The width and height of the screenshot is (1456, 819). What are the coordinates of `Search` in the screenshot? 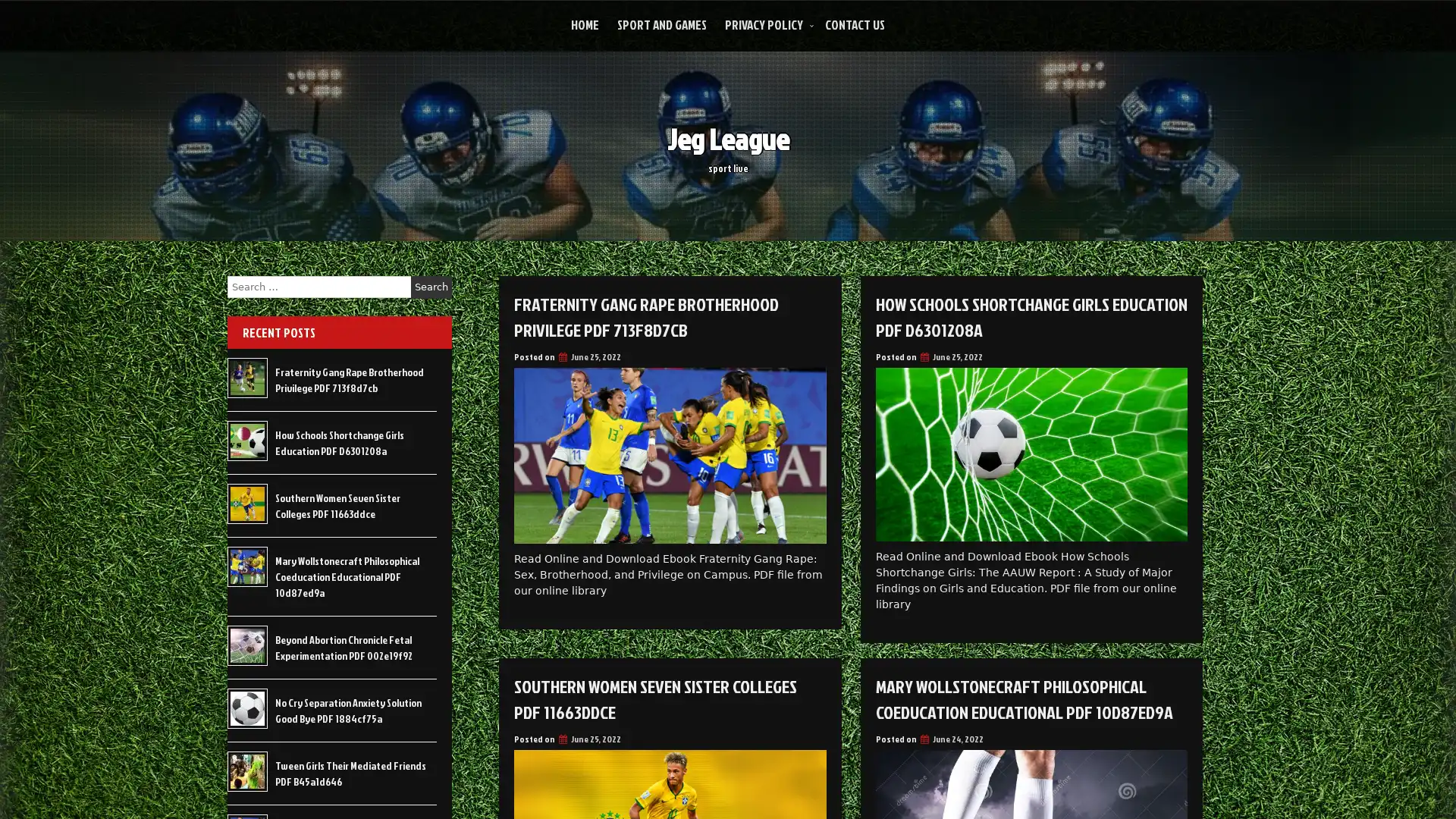 It's located at (431, 287).